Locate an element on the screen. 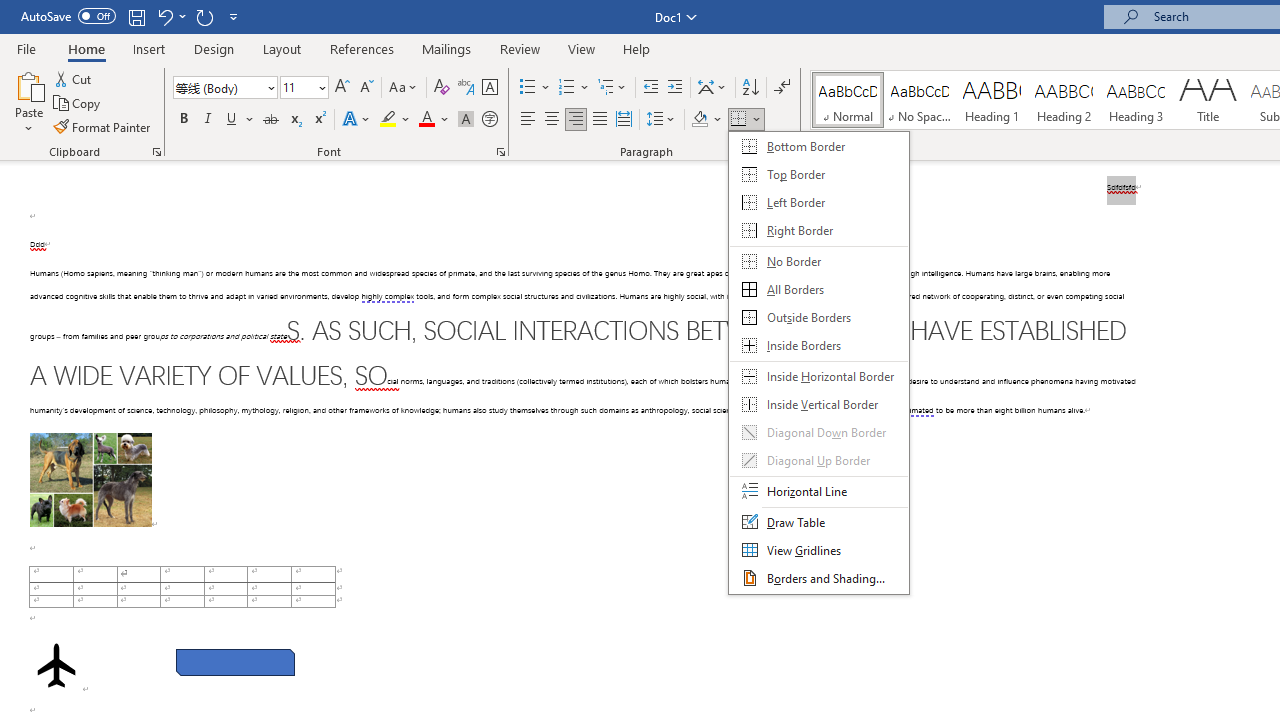 The width and height of the screenshot is (1280, 720). 'AutoSave' is located at coordinates (68, 16).